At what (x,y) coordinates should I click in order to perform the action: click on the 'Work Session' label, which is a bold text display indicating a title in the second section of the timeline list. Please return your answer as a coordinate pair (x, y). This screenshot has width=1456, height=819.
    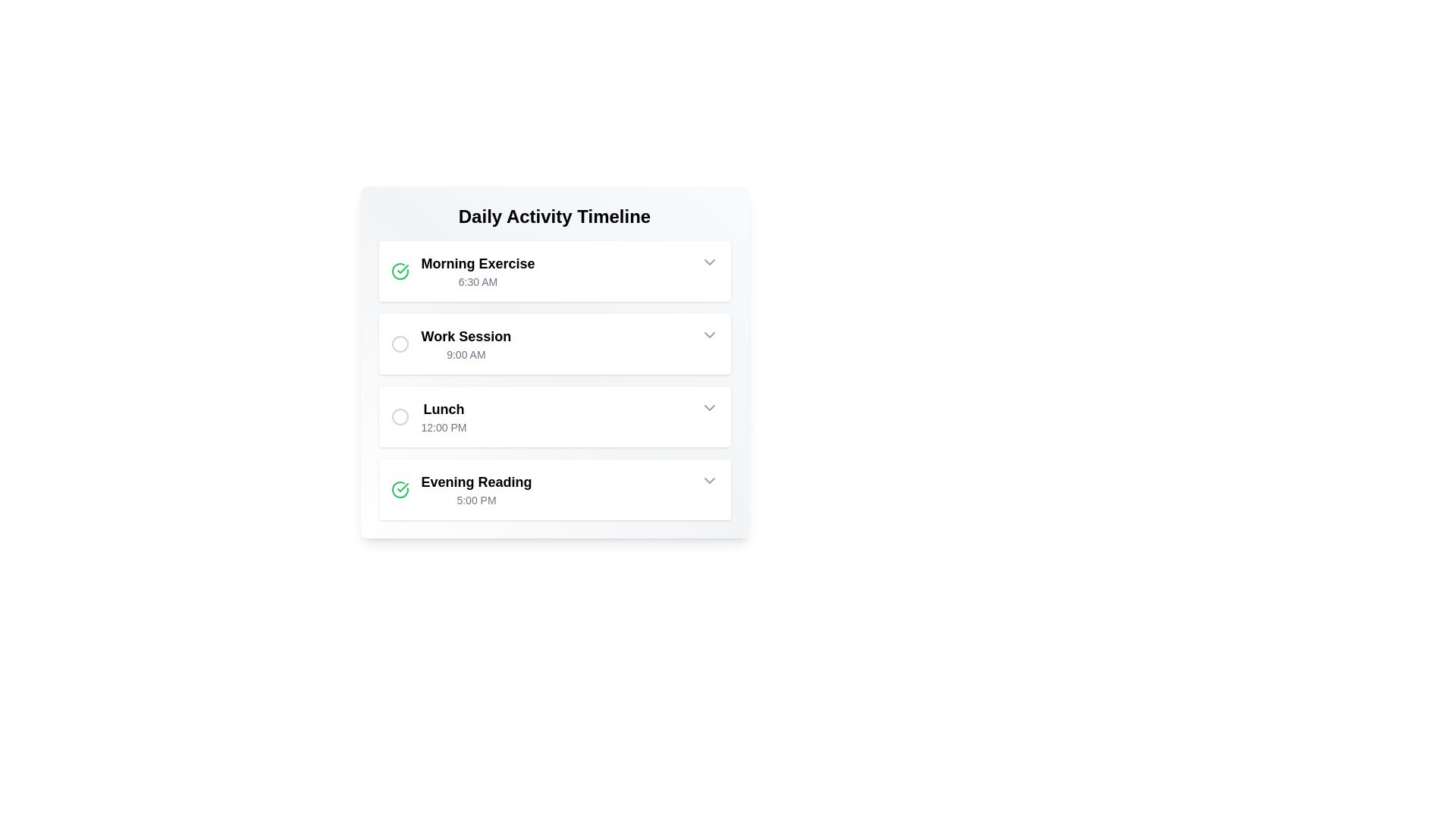
    Looking at the image, I should click on (465, 335).